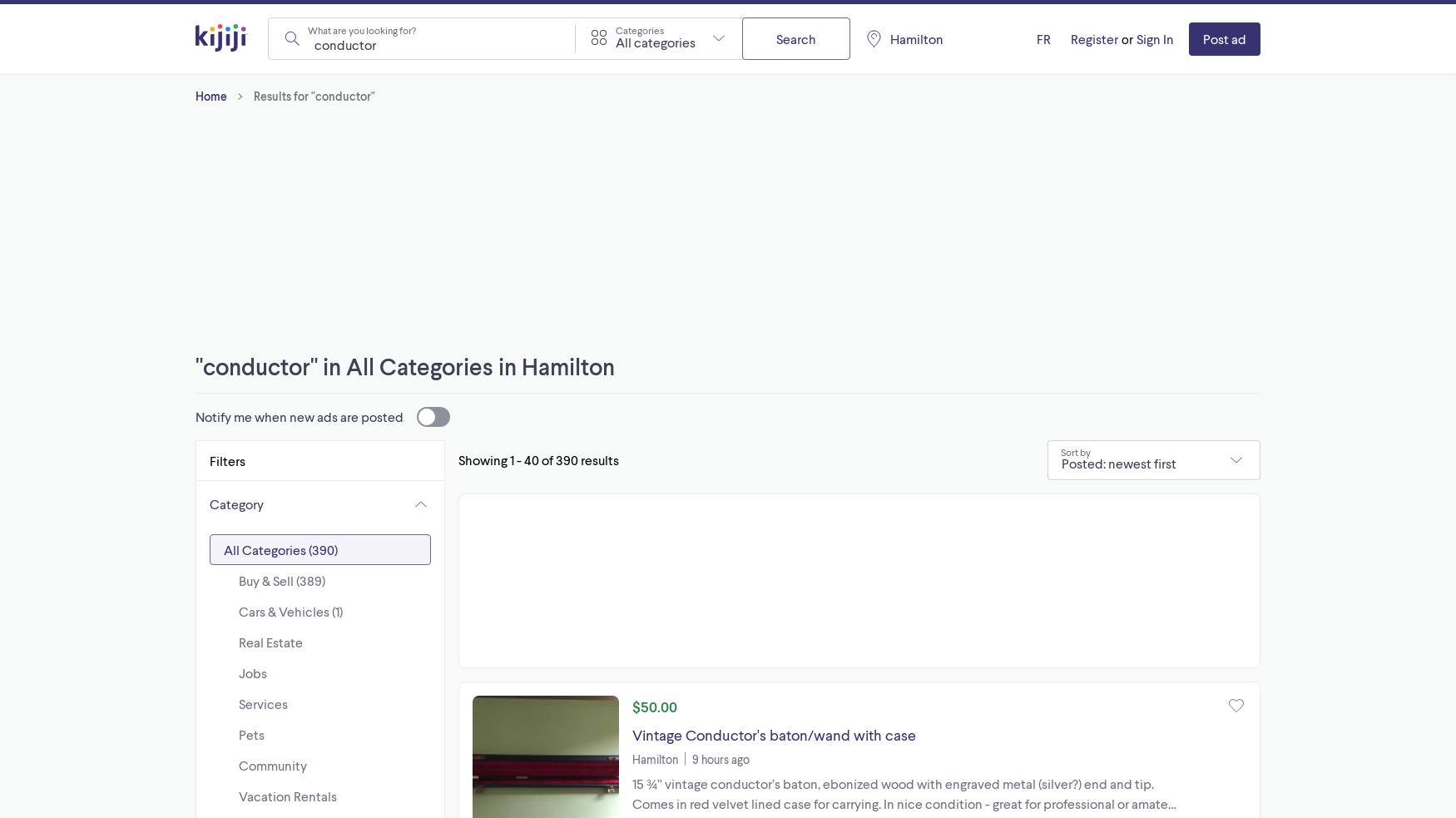 This screenshot has width=1456, height=818. Describe the element at coordinates (290, 610) in the screenshot. I see `'Cars & Vehicles (1)'` at that location.